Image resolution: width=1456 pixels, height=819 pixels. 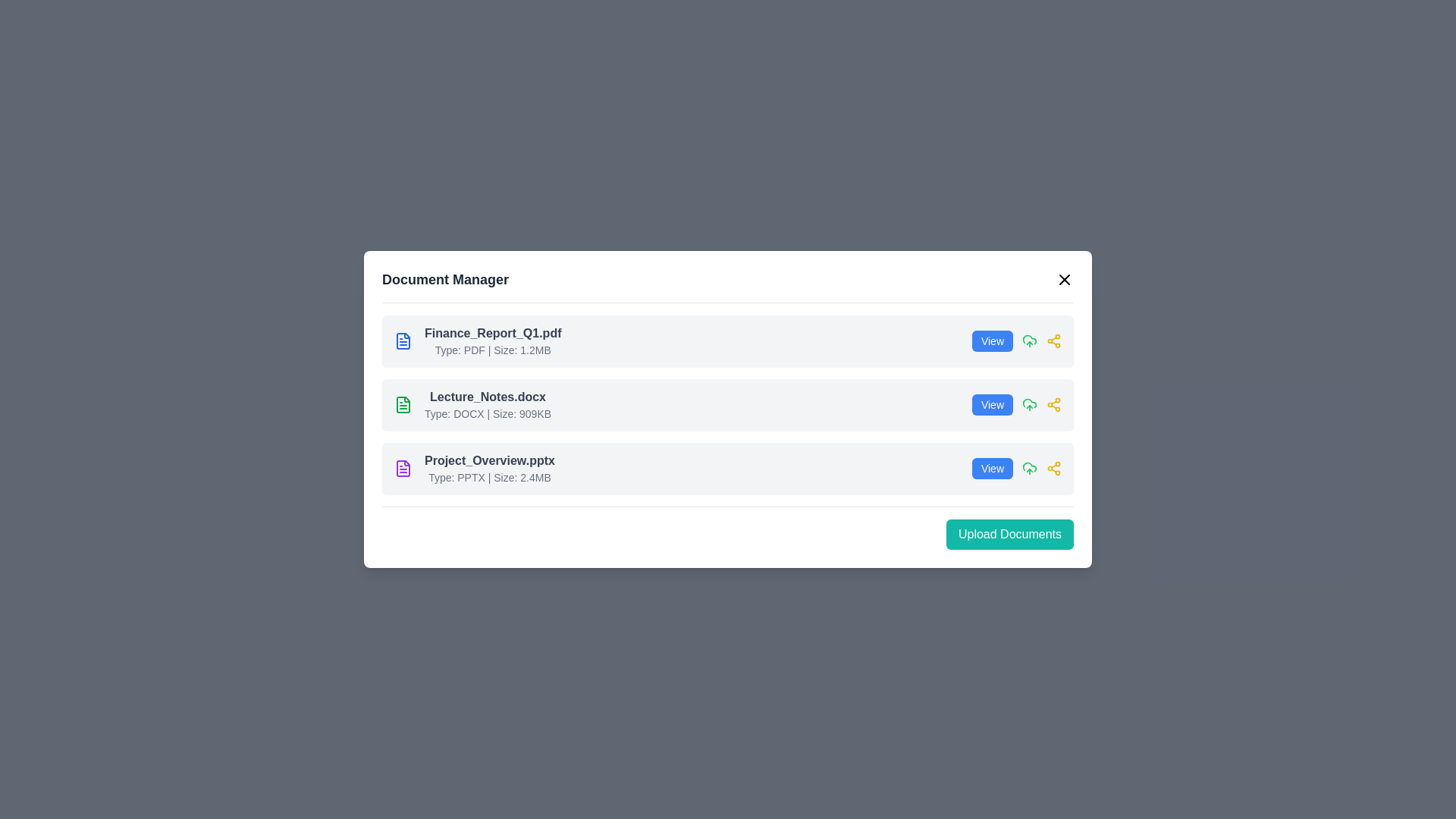 What do you see at coordinates (728, 341) in the screenshot?
I see `the action icons of the document entry for 'Finance_Report_Q1.pdf'` at bounding box center [728, 341].